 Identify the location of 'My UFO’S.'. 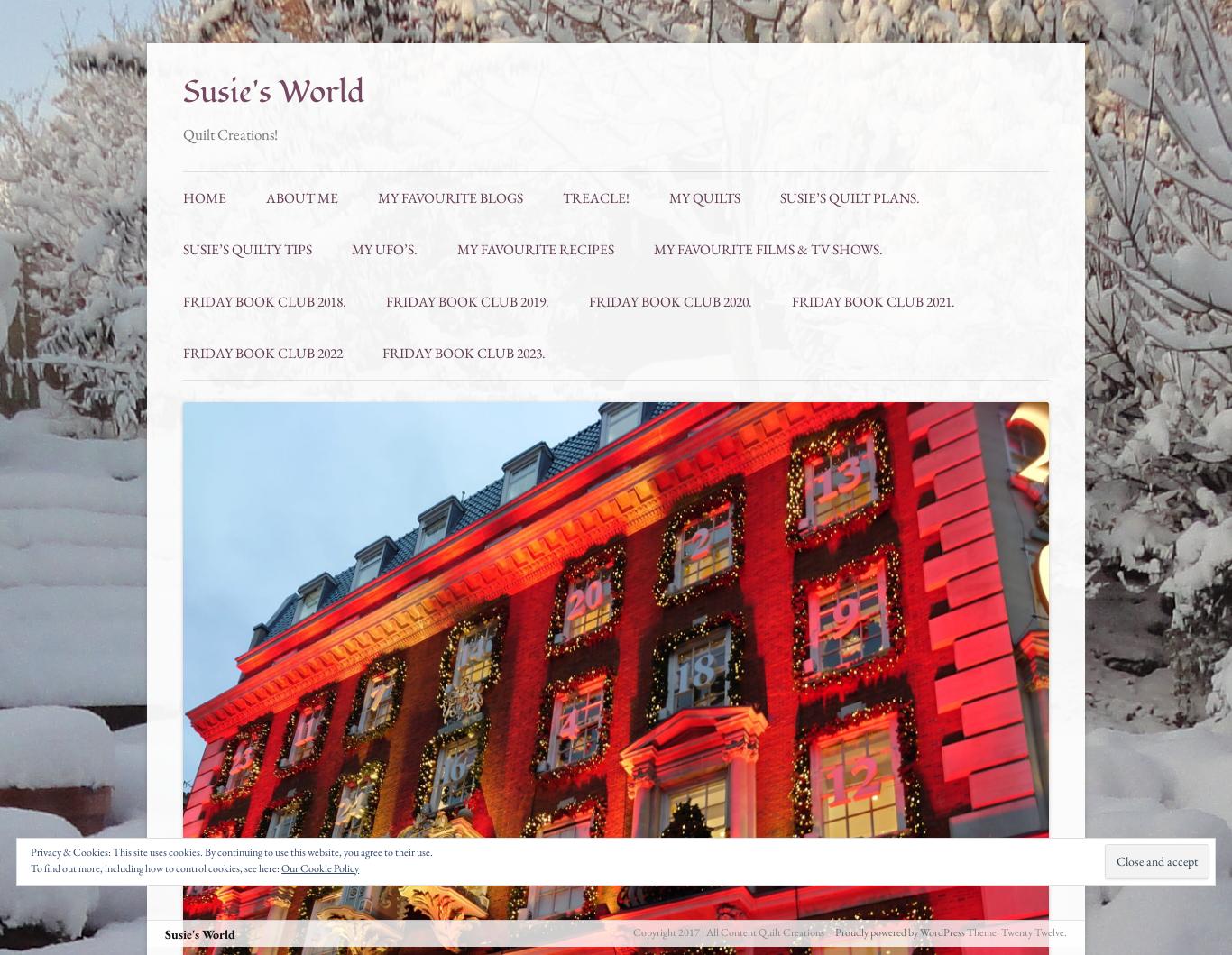
(383, 249).